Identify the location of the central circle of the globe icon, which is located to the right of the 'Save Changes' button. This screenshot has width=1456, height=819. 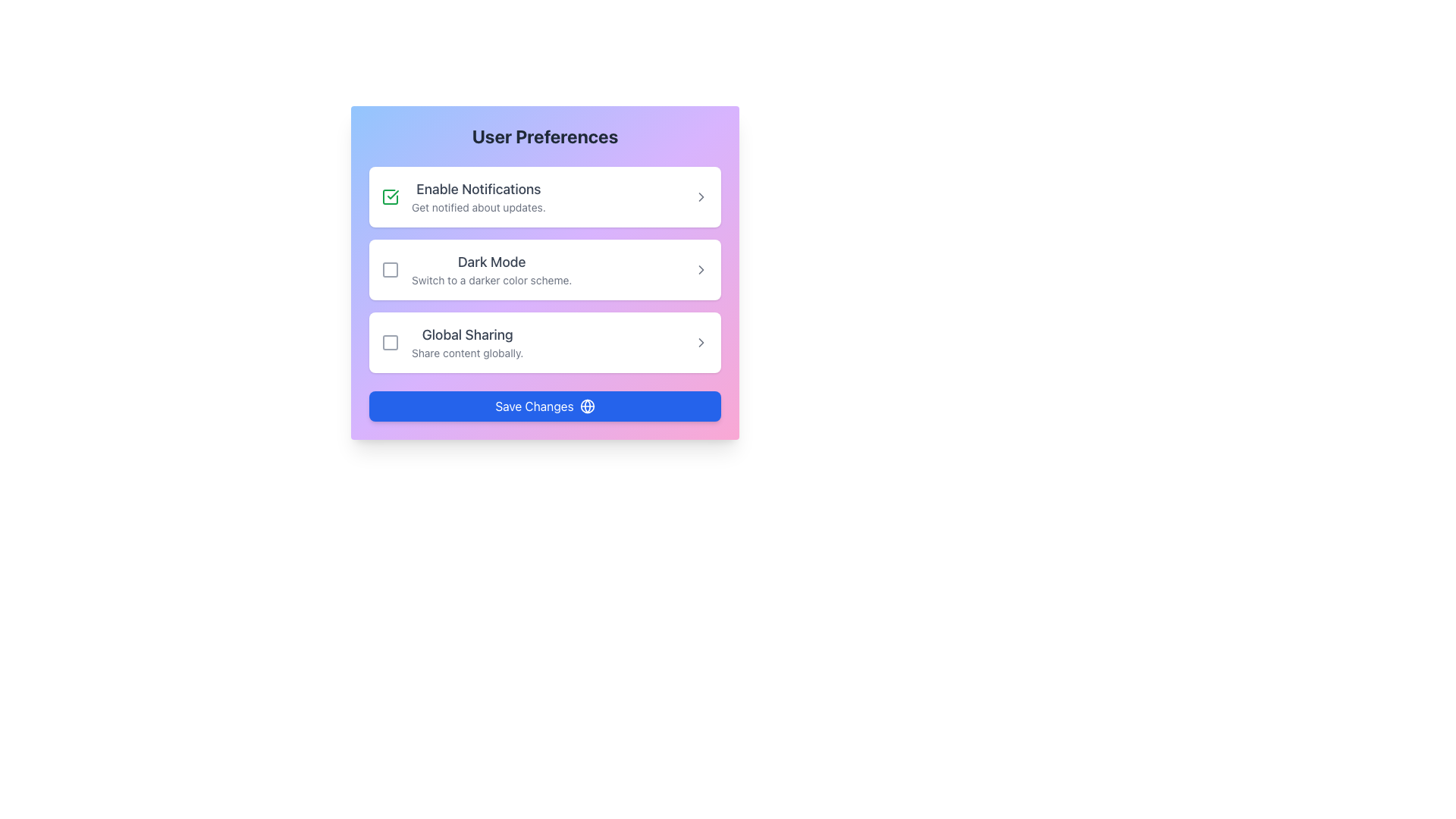
(586, 406).